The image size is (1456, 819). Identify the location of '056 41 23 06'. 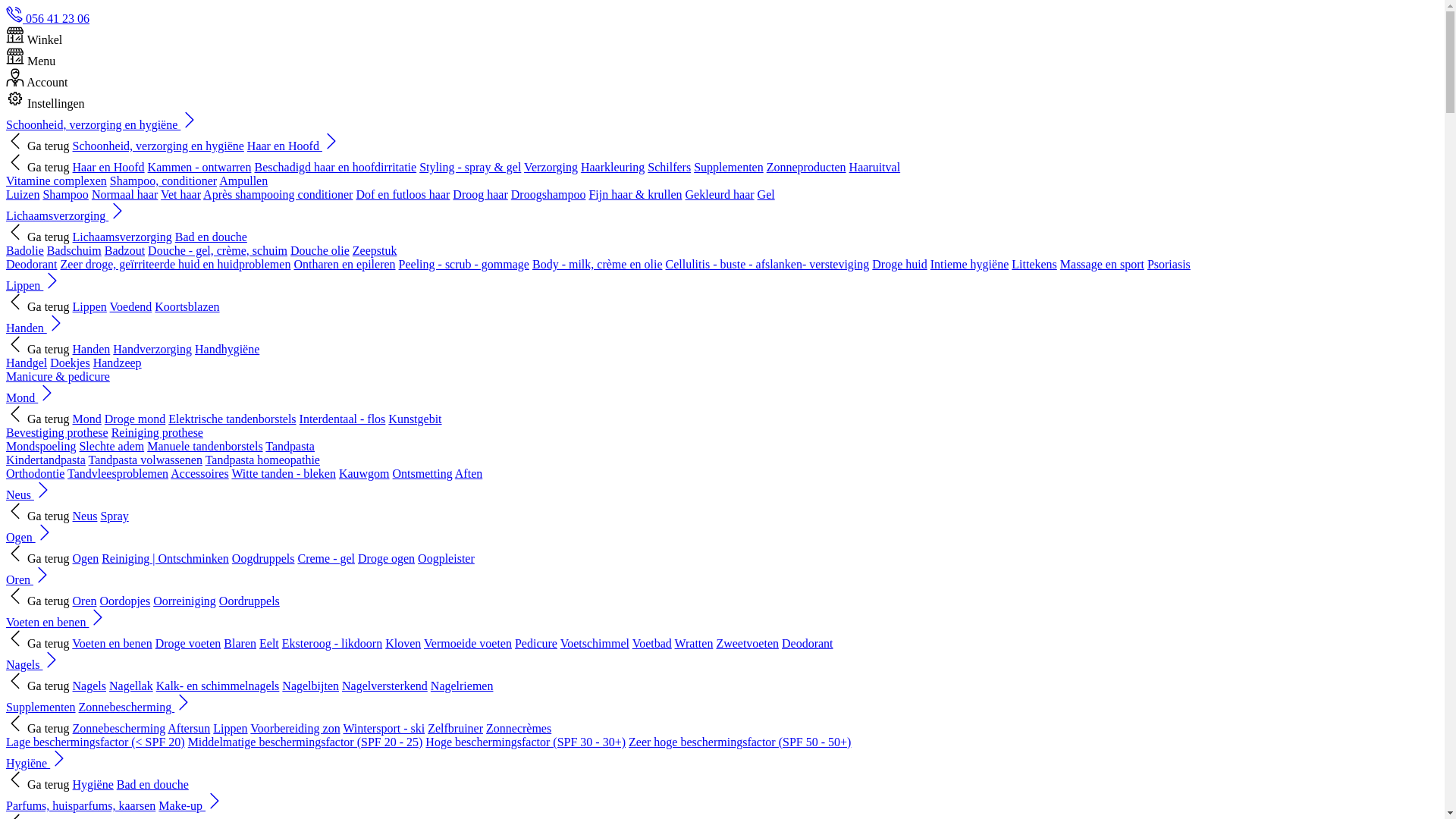
(47, 18).